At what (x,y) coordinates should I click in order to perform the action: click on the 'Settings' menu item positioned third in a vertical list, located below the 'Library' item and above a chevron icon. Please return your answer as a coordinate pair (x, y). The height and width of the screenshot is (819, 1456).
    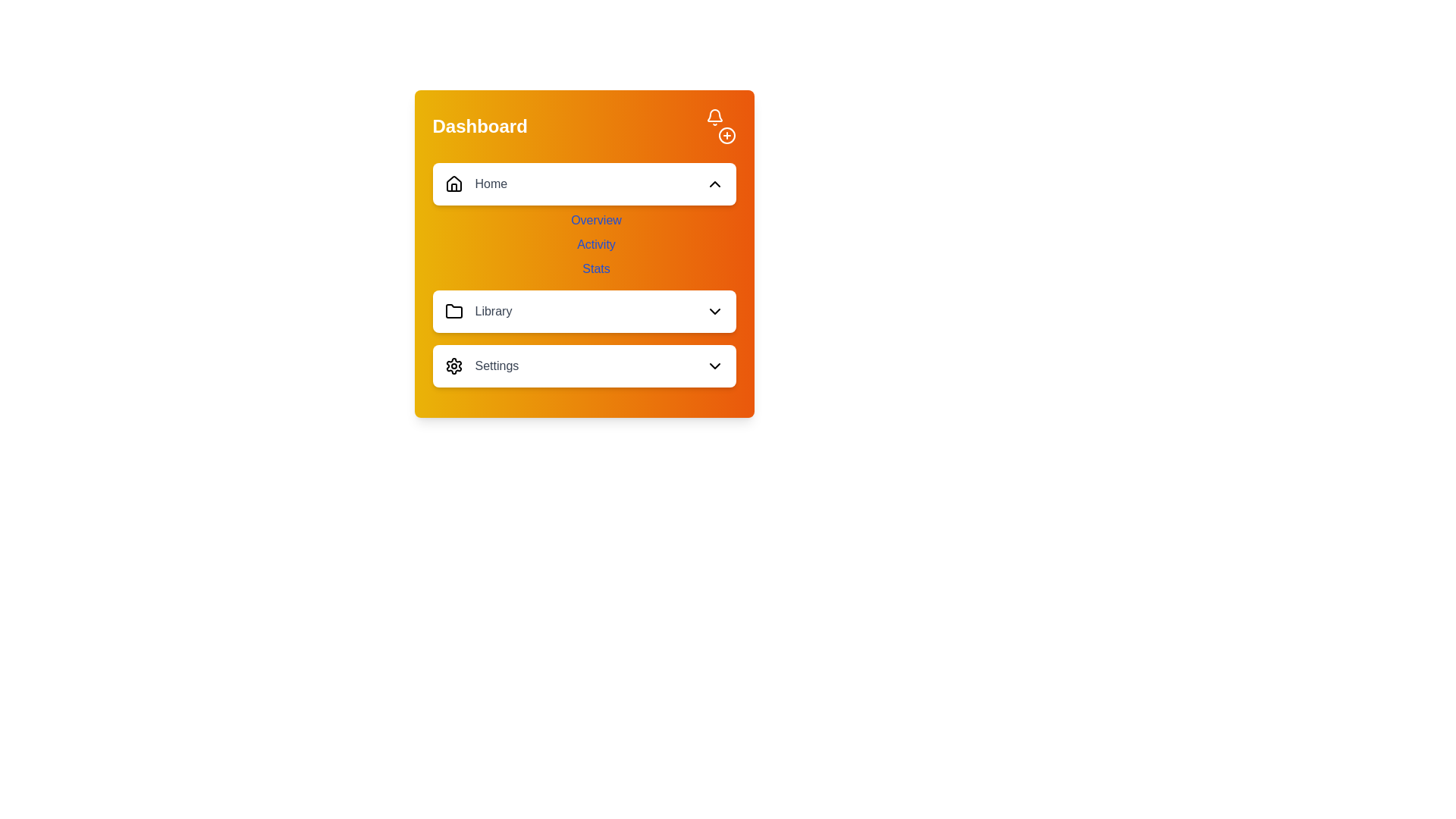
    Looking at the image, I should click on (481, 366).